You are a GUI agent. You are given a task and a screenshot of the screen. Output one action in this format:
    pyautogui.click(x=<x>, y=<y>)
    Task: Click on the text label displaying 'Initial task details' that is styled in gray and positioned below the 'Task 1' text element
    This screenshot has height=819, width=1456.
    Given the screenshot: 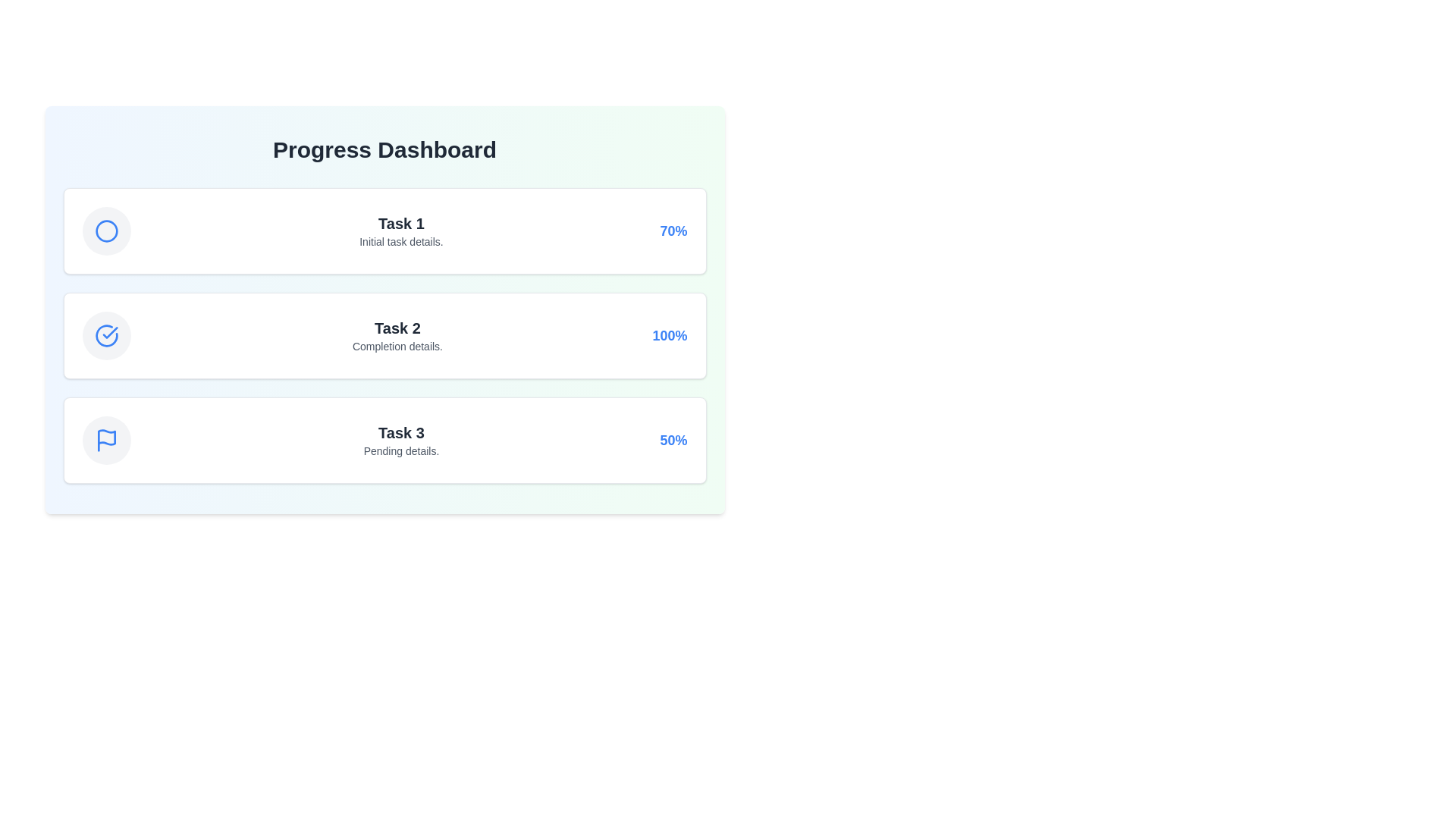 What is the action you would take?
    pyautogui.click(x=401, y=241)
    